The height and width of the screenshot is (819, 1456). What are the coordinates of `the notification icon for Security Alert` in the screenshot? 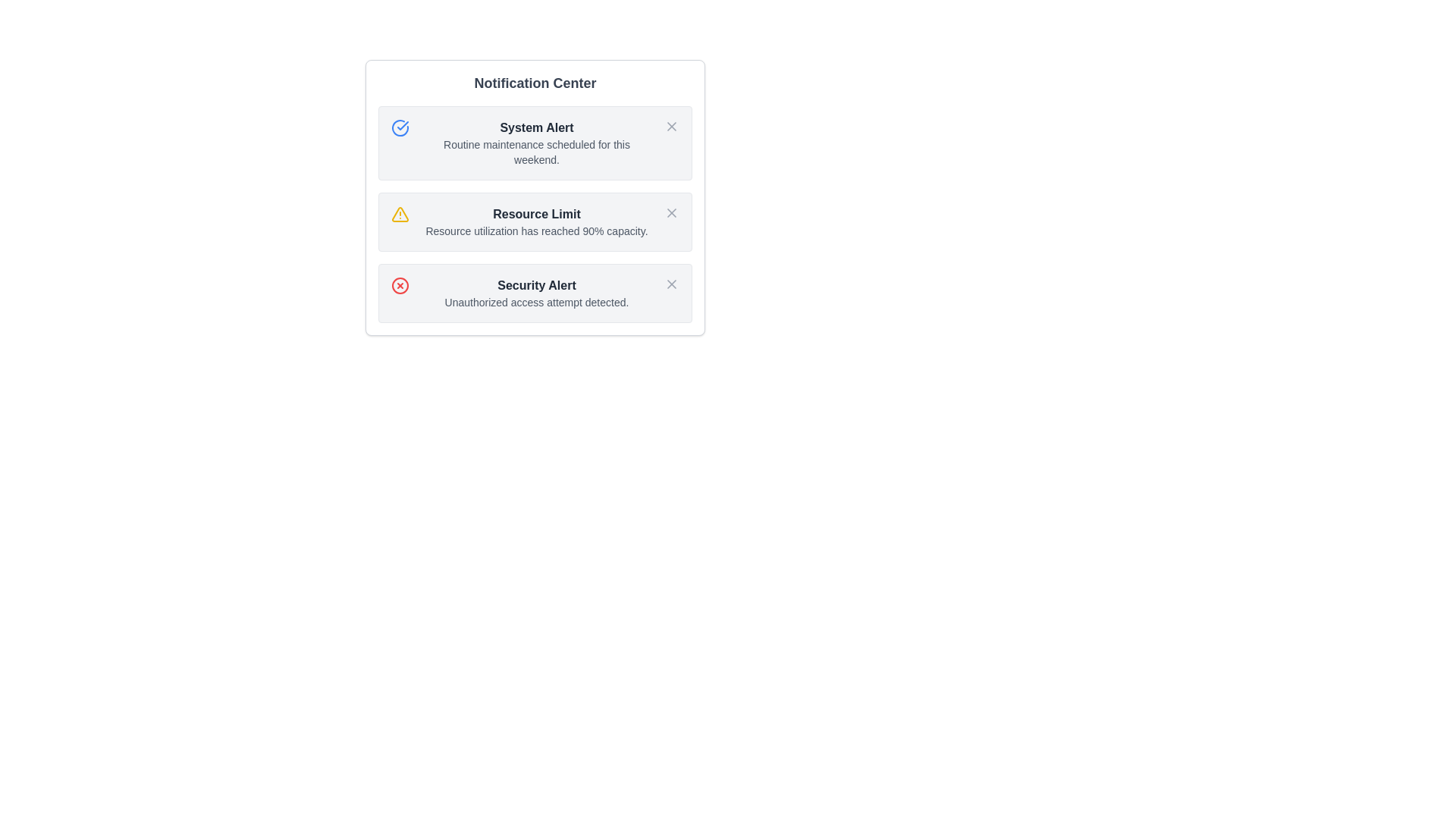 It's located at (400, 286).